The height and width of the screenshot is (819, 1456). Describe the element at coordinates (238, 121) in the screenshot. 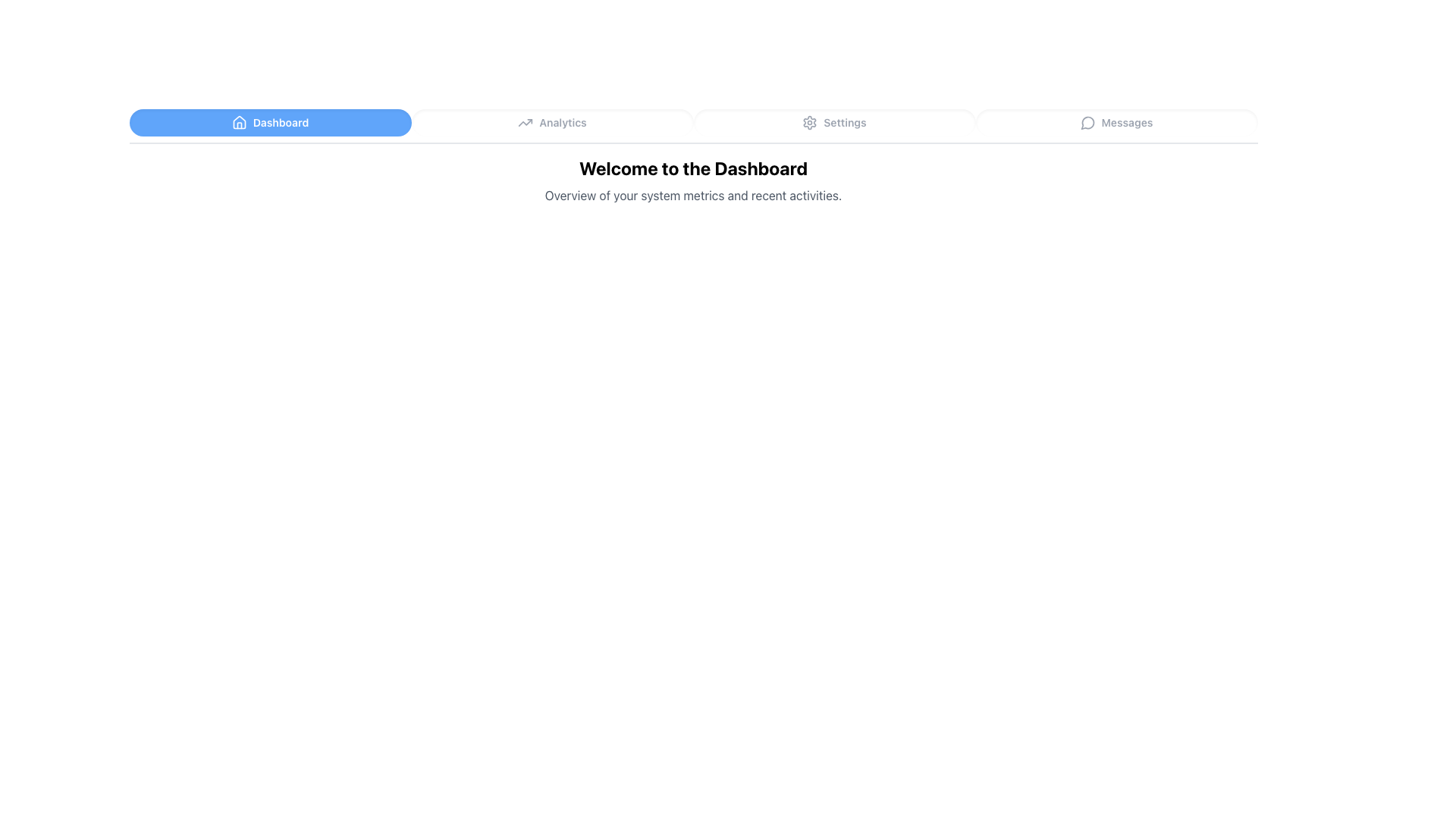

I see `the house icon in the navigation bar preceding the 'Dashboard' text label` at that location.